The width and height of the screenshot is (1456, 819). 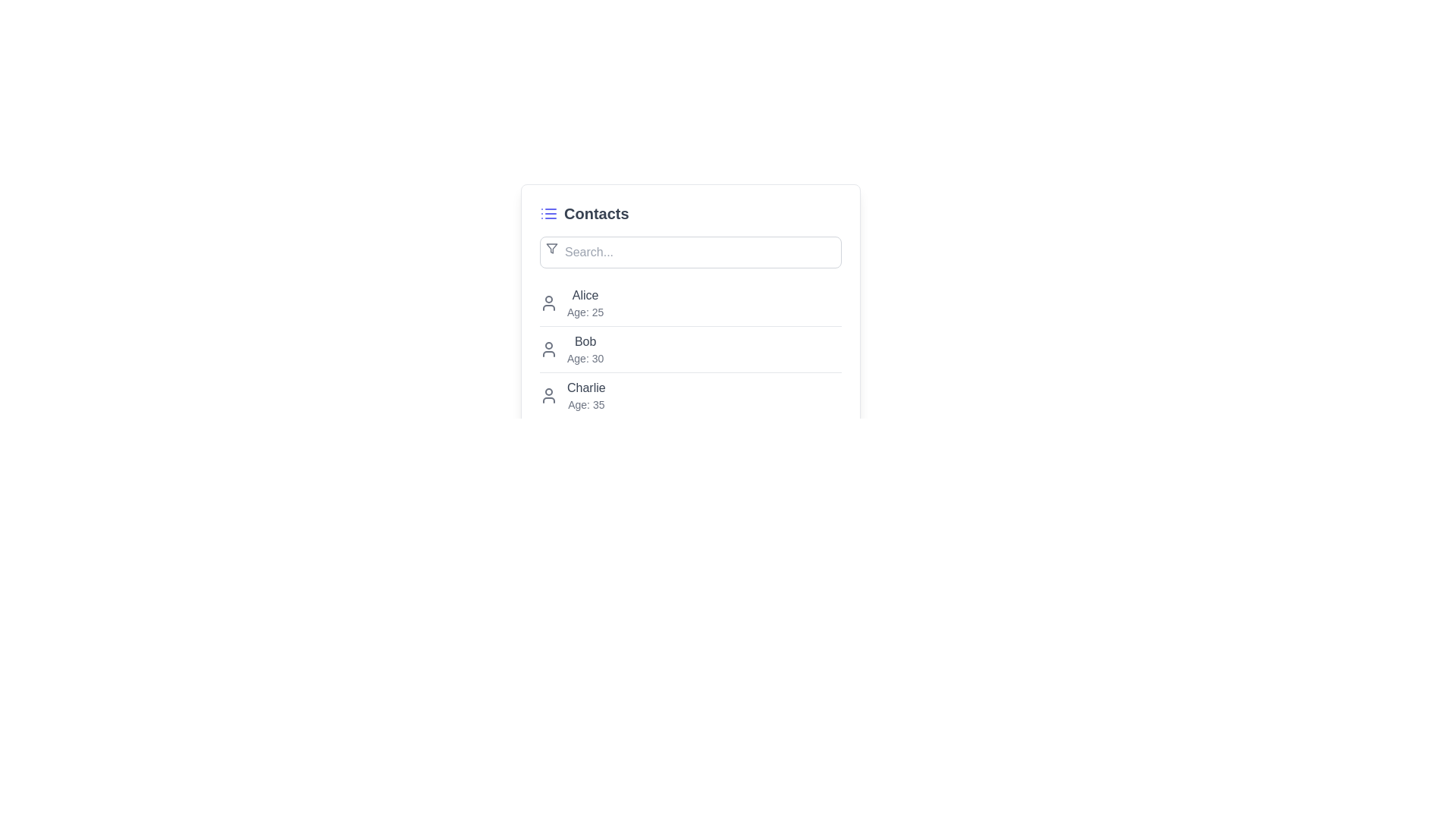 I want to click on topmost list item labeled 'Alice' that shows the age '25' for detailed information, so click(x=690, y=303).